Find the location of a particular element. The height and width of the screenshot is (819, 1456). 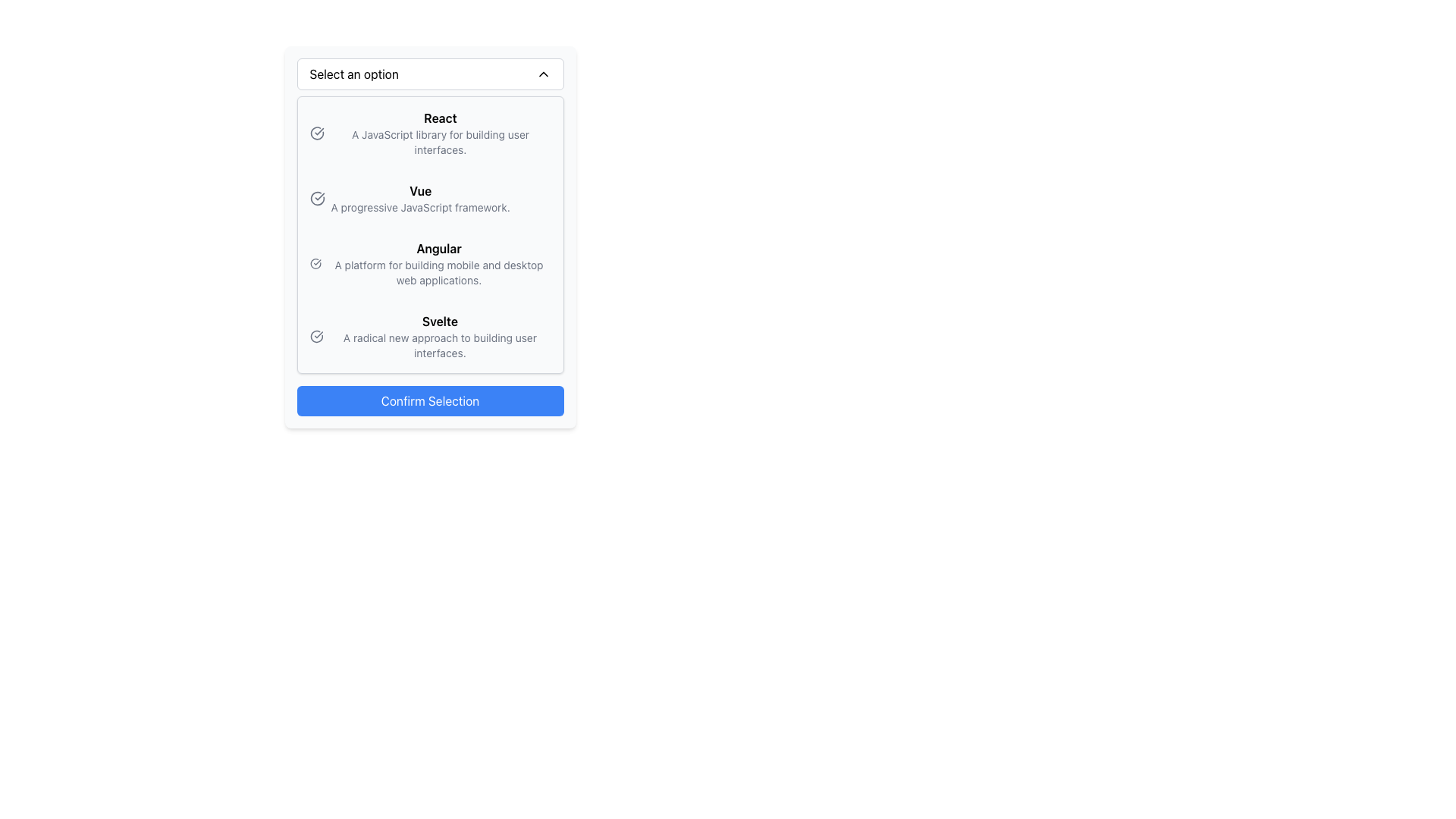

bolded text label element titled 'Svelte', which is the fourth entry in the list of JavaScript frameworks, to obtain its information is located at coordinates (439, 321).